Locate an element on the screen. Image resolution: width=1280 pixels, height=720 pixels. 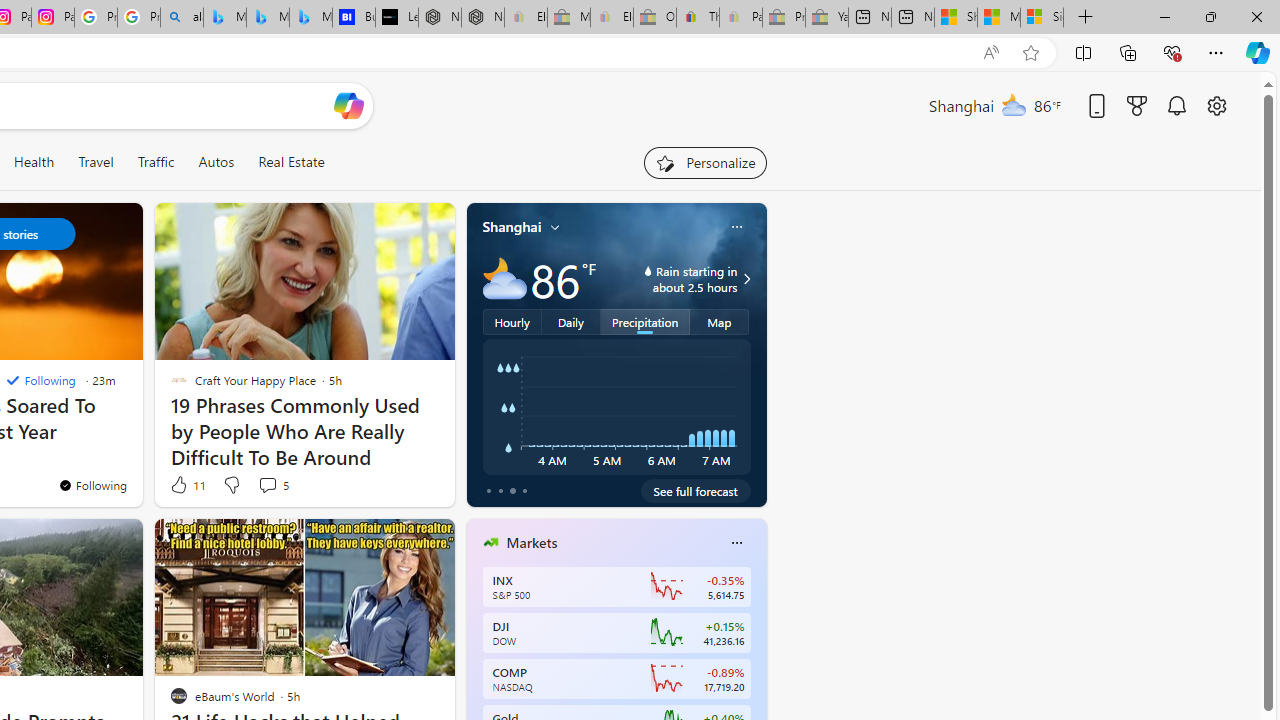
'Microsoft Bing Travel - Shangri-La Hotel Bangkok' is located at coordinates (310, 17).